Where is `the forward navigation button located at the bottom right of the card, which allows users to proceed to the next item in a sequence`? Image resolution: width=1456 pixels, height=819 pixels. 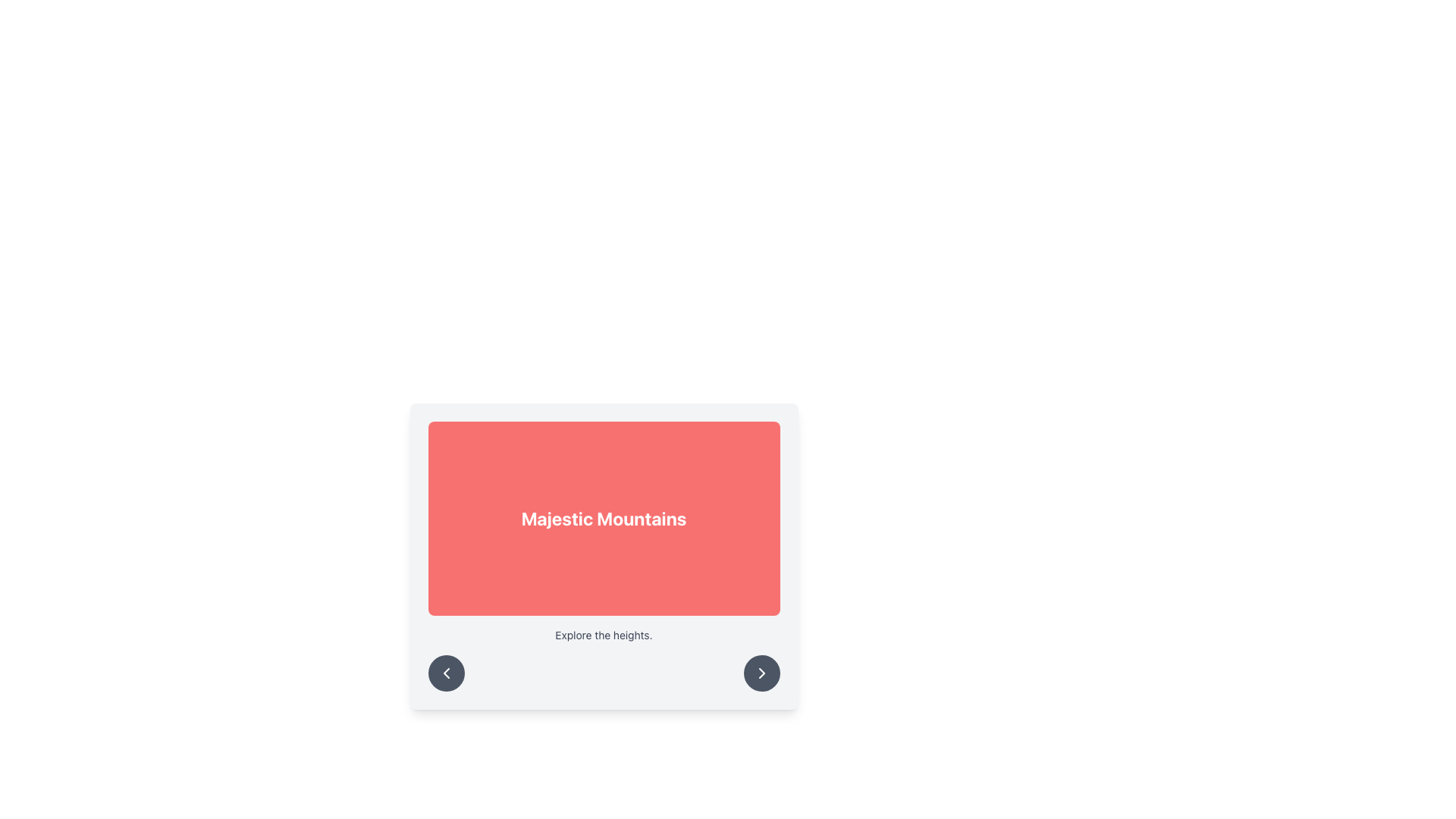 the forward navigation button located at the bottom right of the card, which allows users to proceed to the next item in a sequence is located at coordinates (761, 672).